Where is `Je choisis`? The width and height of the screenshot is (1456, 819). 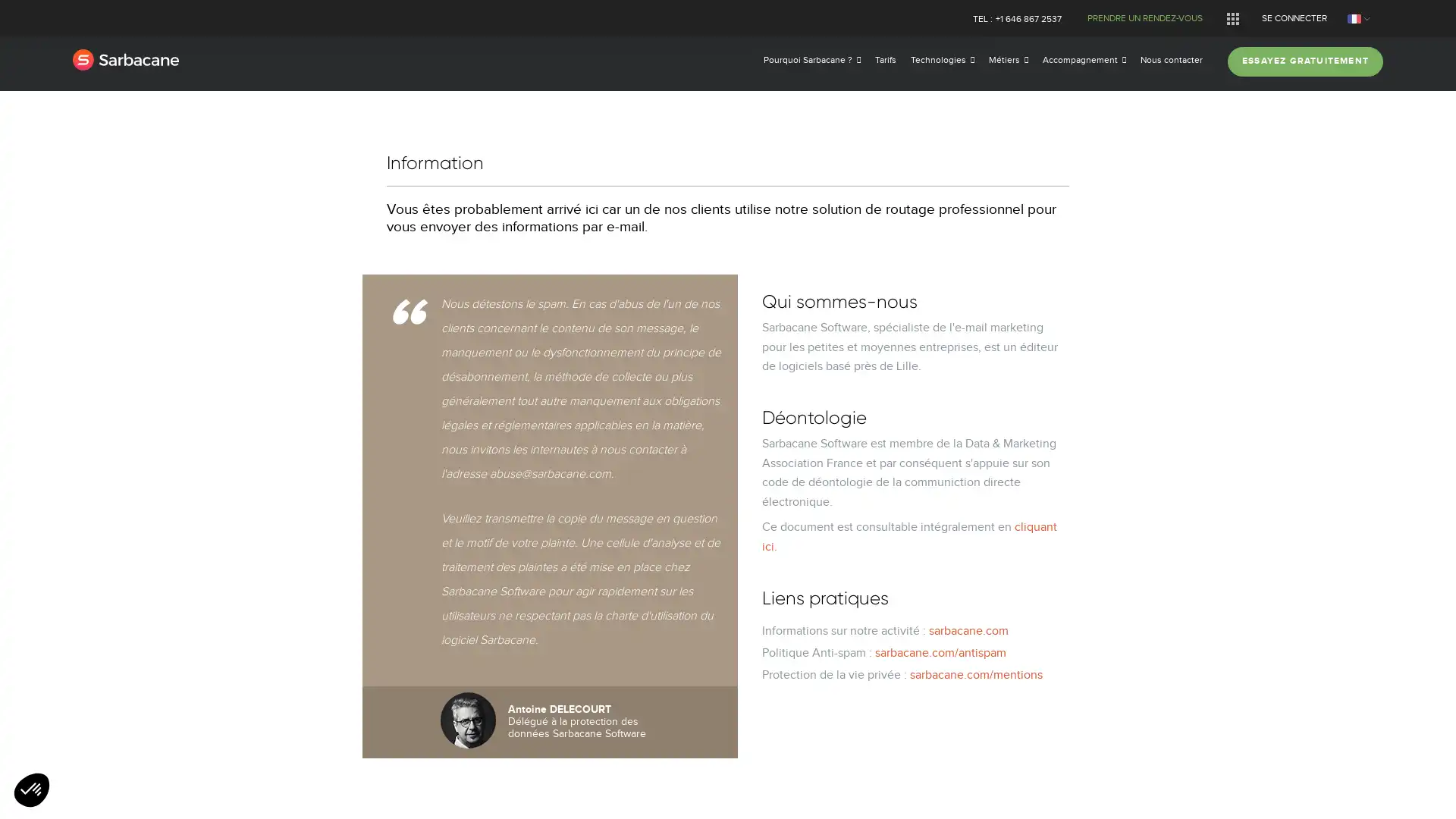 Je choisis is located at coordinates (728, 513).